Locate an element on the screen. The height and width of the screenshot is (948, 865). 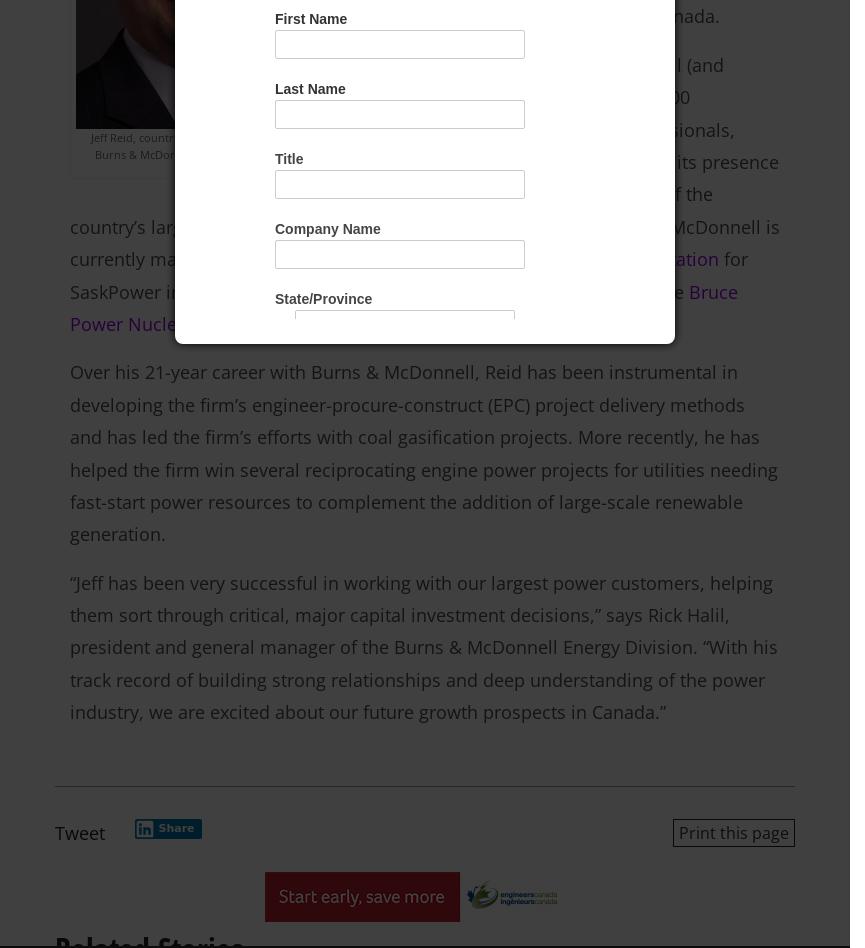
'Ontario' is located at coordinates (315, 322).